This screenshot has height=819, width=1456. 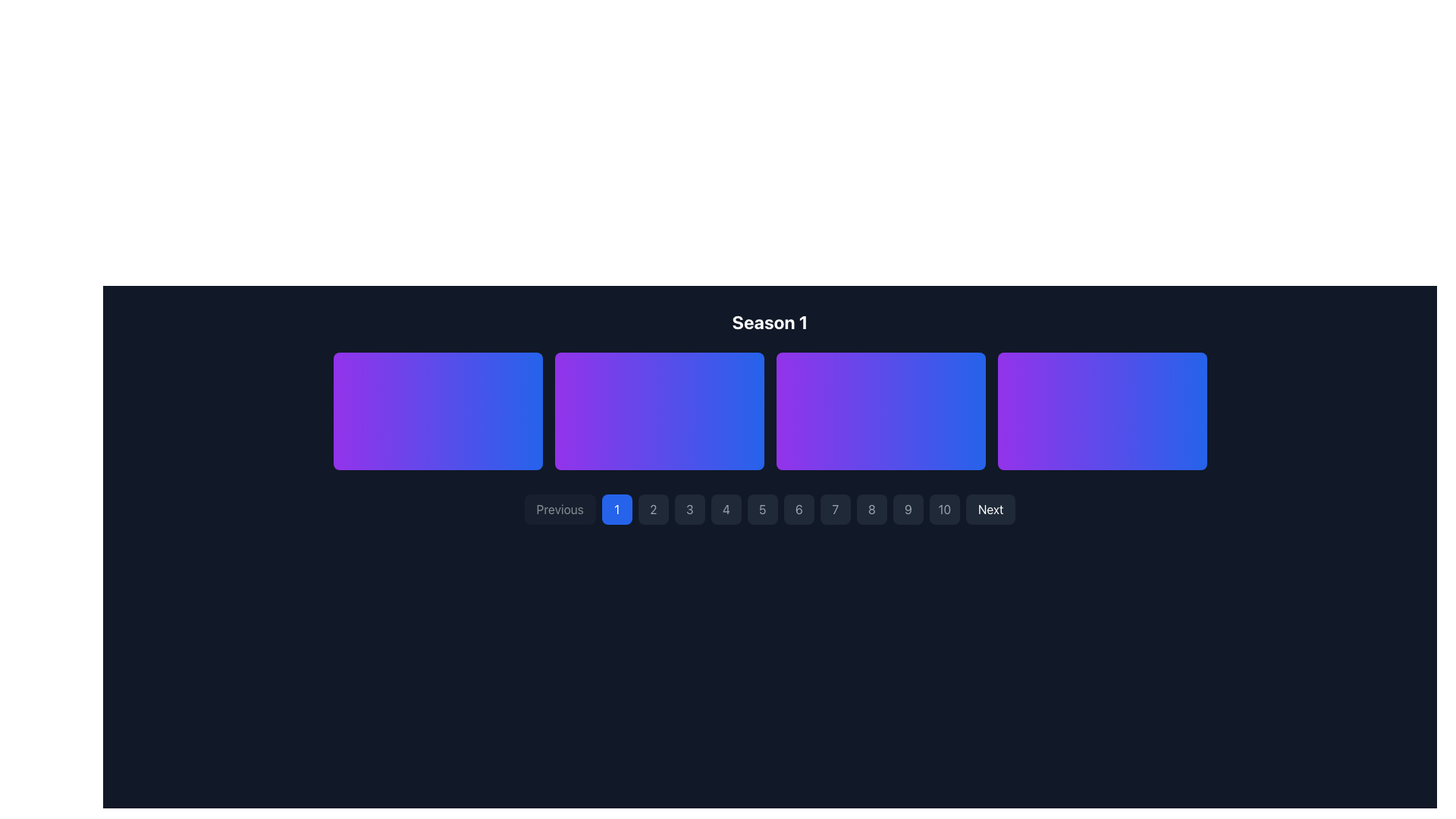 I want to click on the text label displaying 'Season 1', which is a prominent heading in bold white font on a dark background, located at the top center of the UI layout, so click(x=770, y=321).